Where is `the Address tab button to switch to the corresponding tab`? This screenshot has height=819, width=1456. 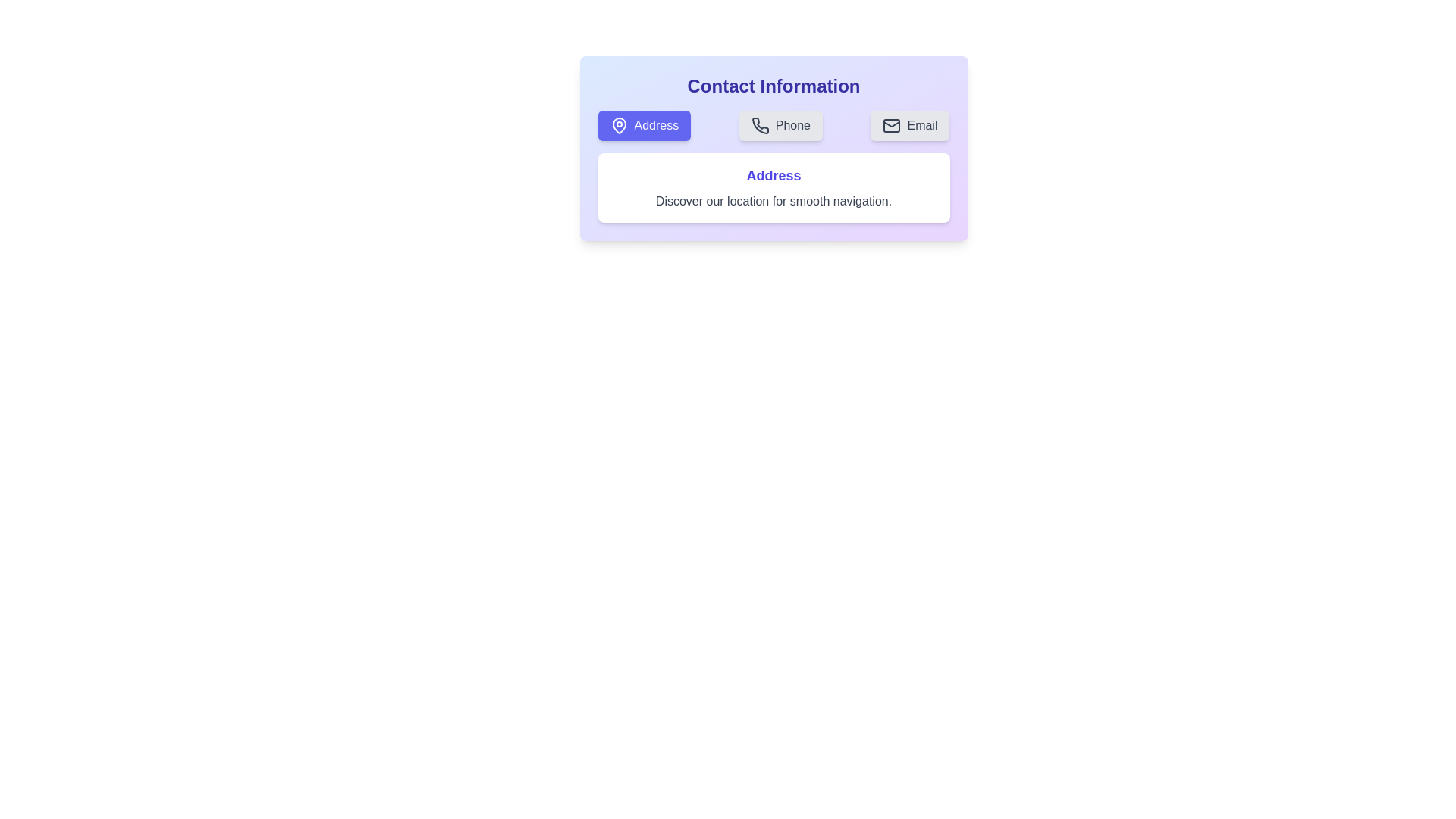
the Address tab button to switch to the corresponding tab is located at coordinates (644, 124).